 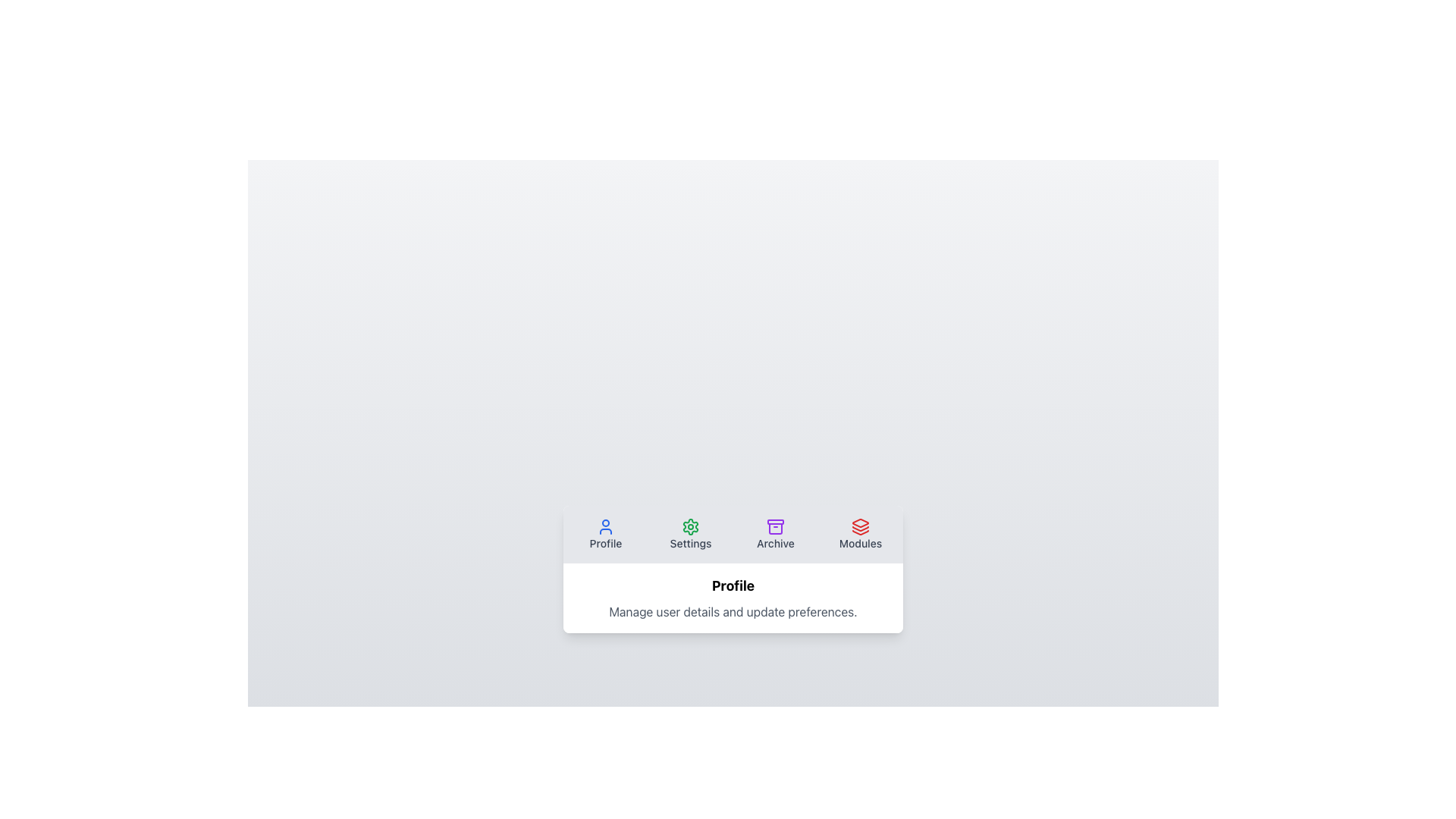 I want to click on the 'Modules' text label in the bottom horizontal menu bar, which is the last tab with a red icon above it, so click(x=860, y=543).